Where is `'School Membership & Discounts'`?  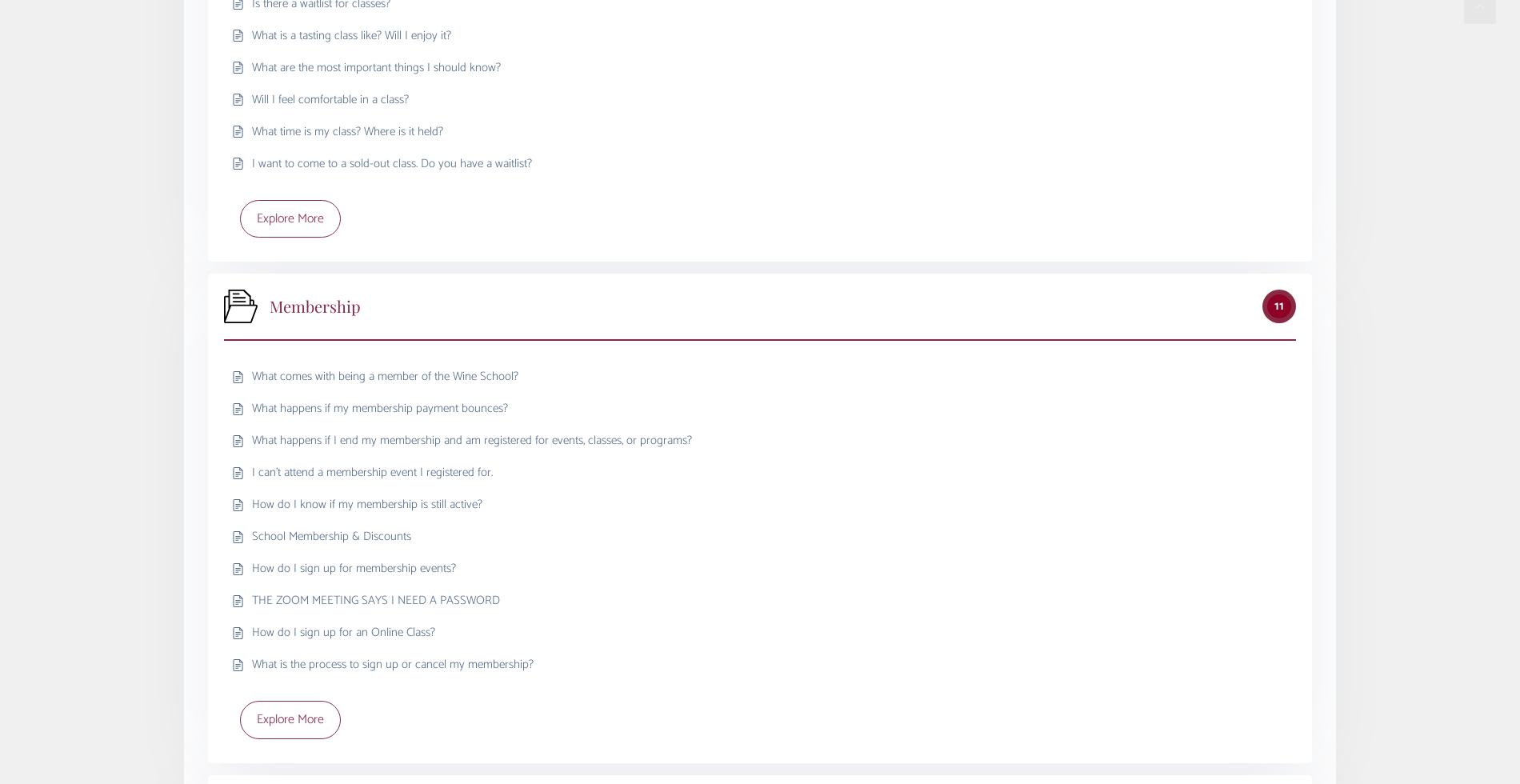 'School Membership & Discounts' is located at coordinates (330, 536).